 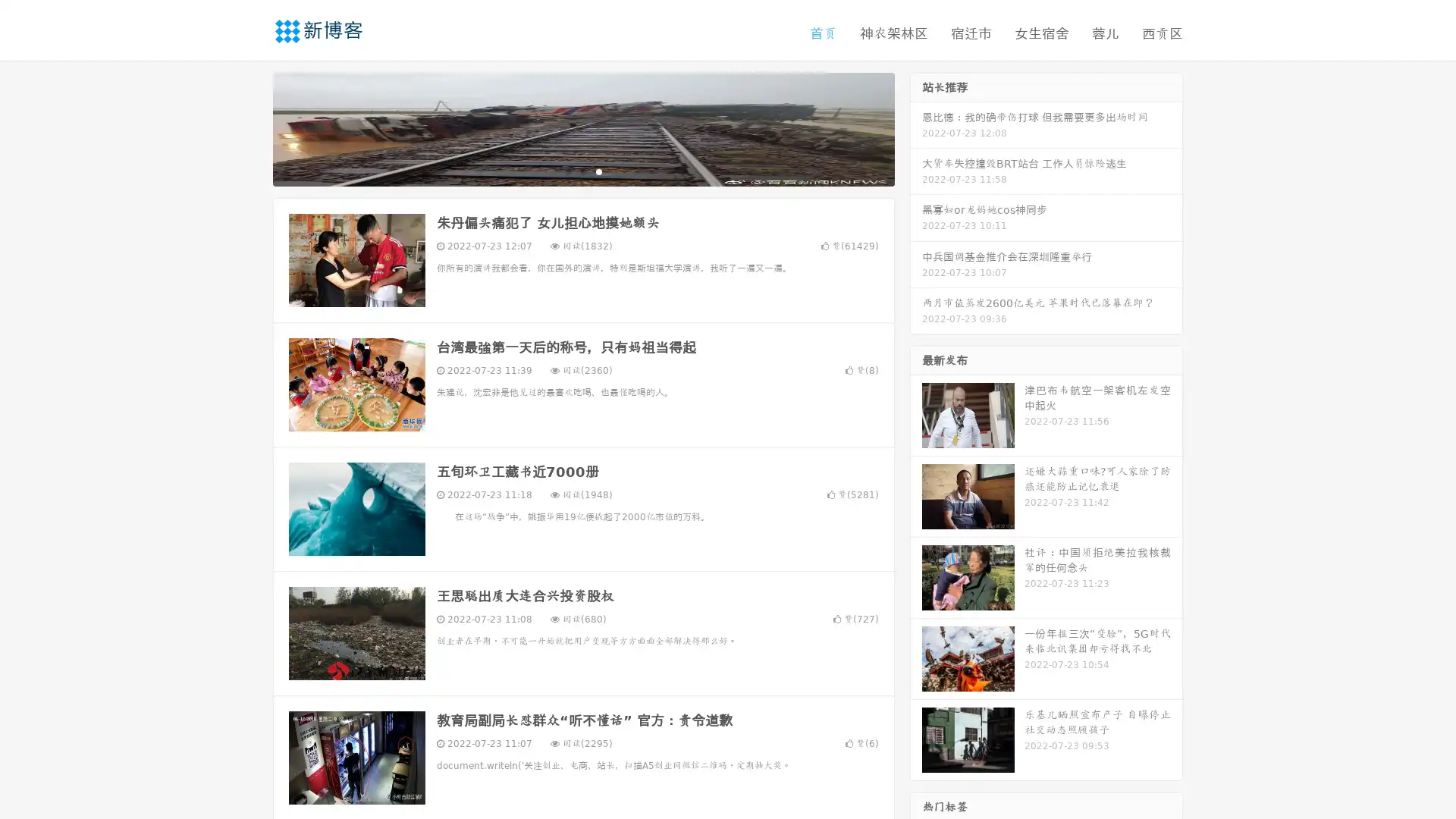 I want to click on Previous slide, so click(x=250, y=127).